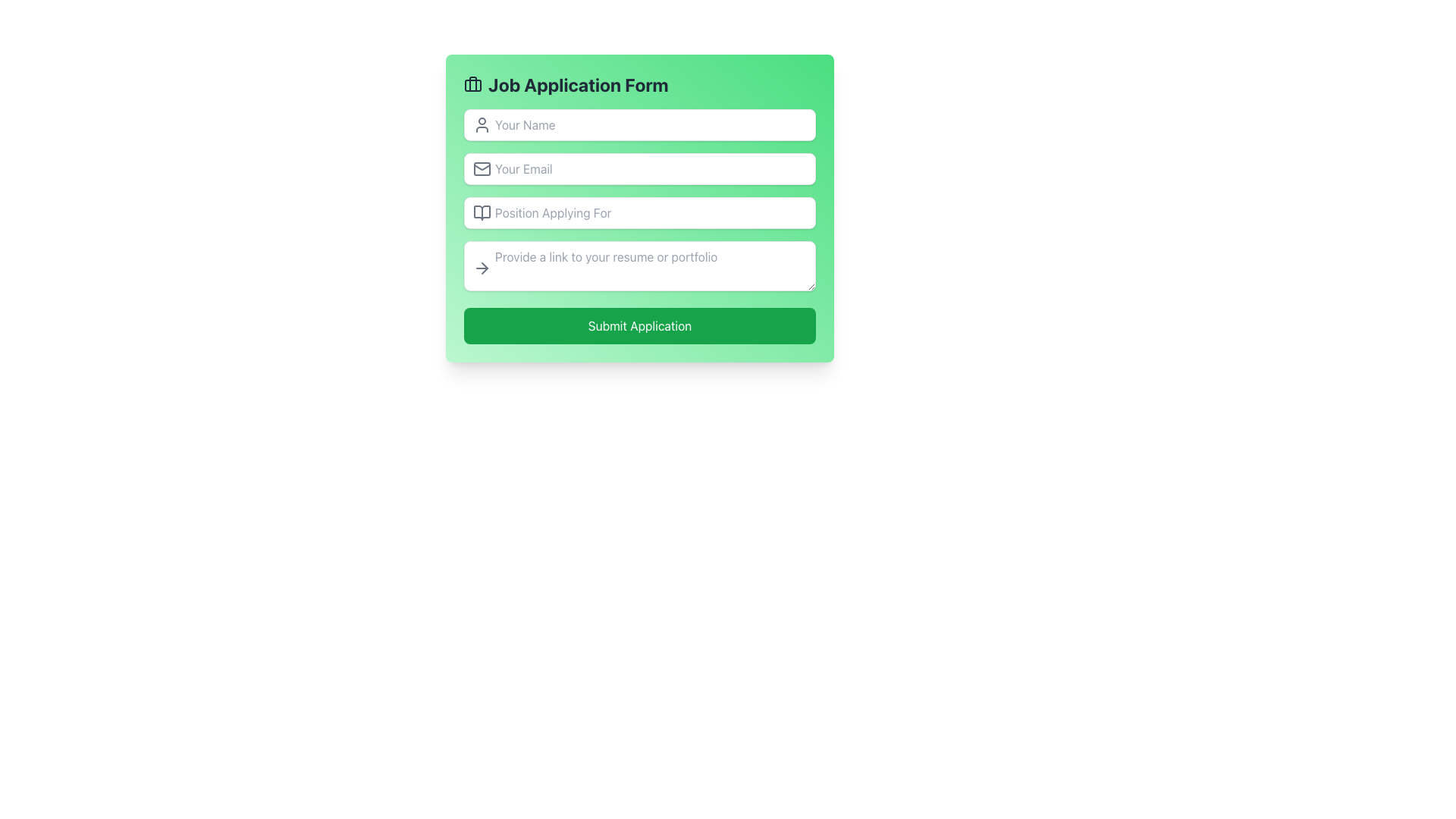  What do you see at coordinates (472, 85) in the screenshot?
I see `the Decorative SVG rectangle, which is a rounded rectangle styled with a fill color, located to the left of the text 'Job Application Form'` at bounding box center [472, 85].